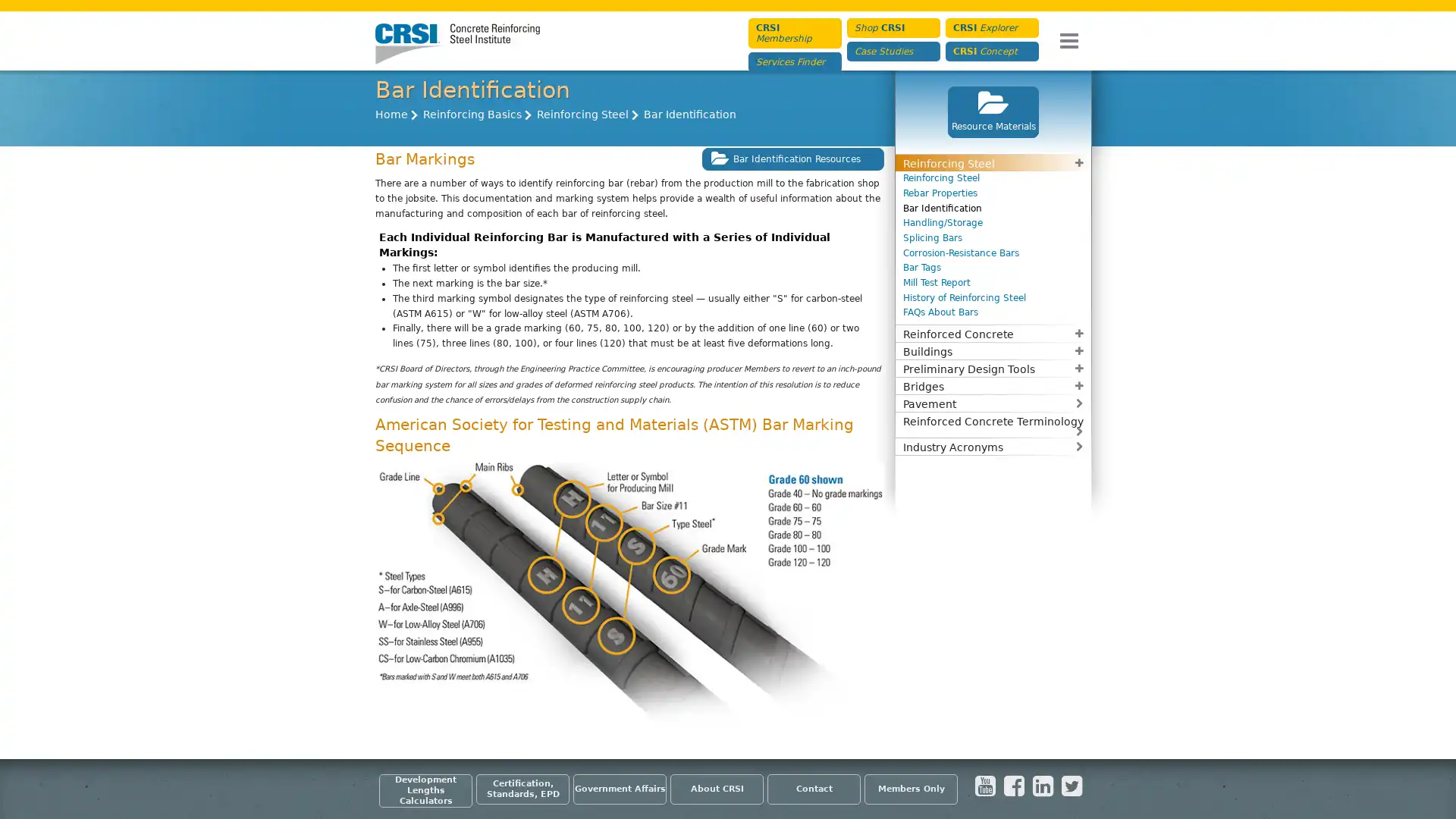 The width and height of the screenshot is (1456, 819). I want to click on CRSI Explorer, so click(992, 28).